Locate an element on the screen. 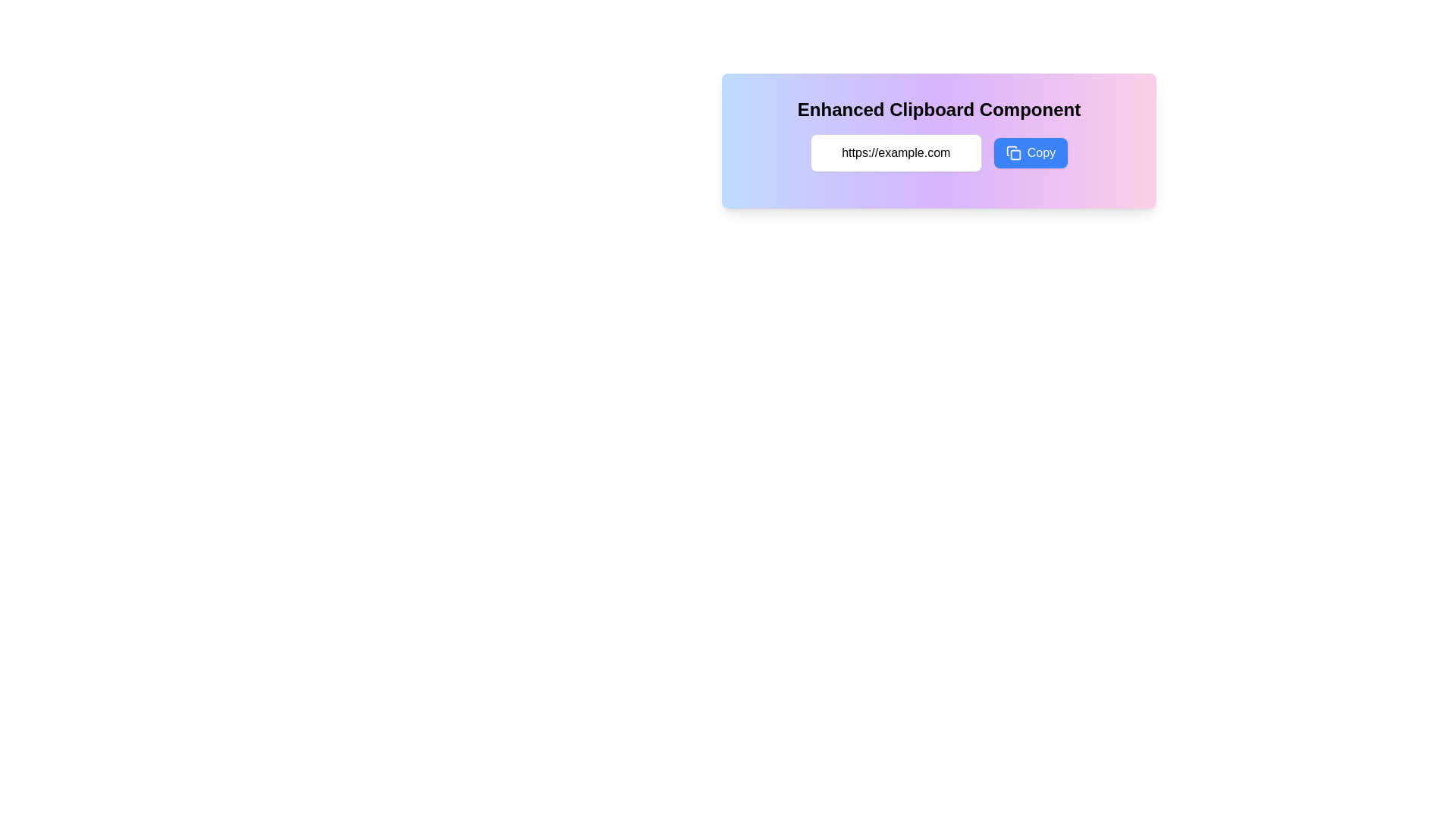 The width and height of the screenshot is (1456, 819). the read-only text input box displaying 'https://example.com' located in the 'Enhanced Clipboard Component' interface is located at coordinates (938, 152).